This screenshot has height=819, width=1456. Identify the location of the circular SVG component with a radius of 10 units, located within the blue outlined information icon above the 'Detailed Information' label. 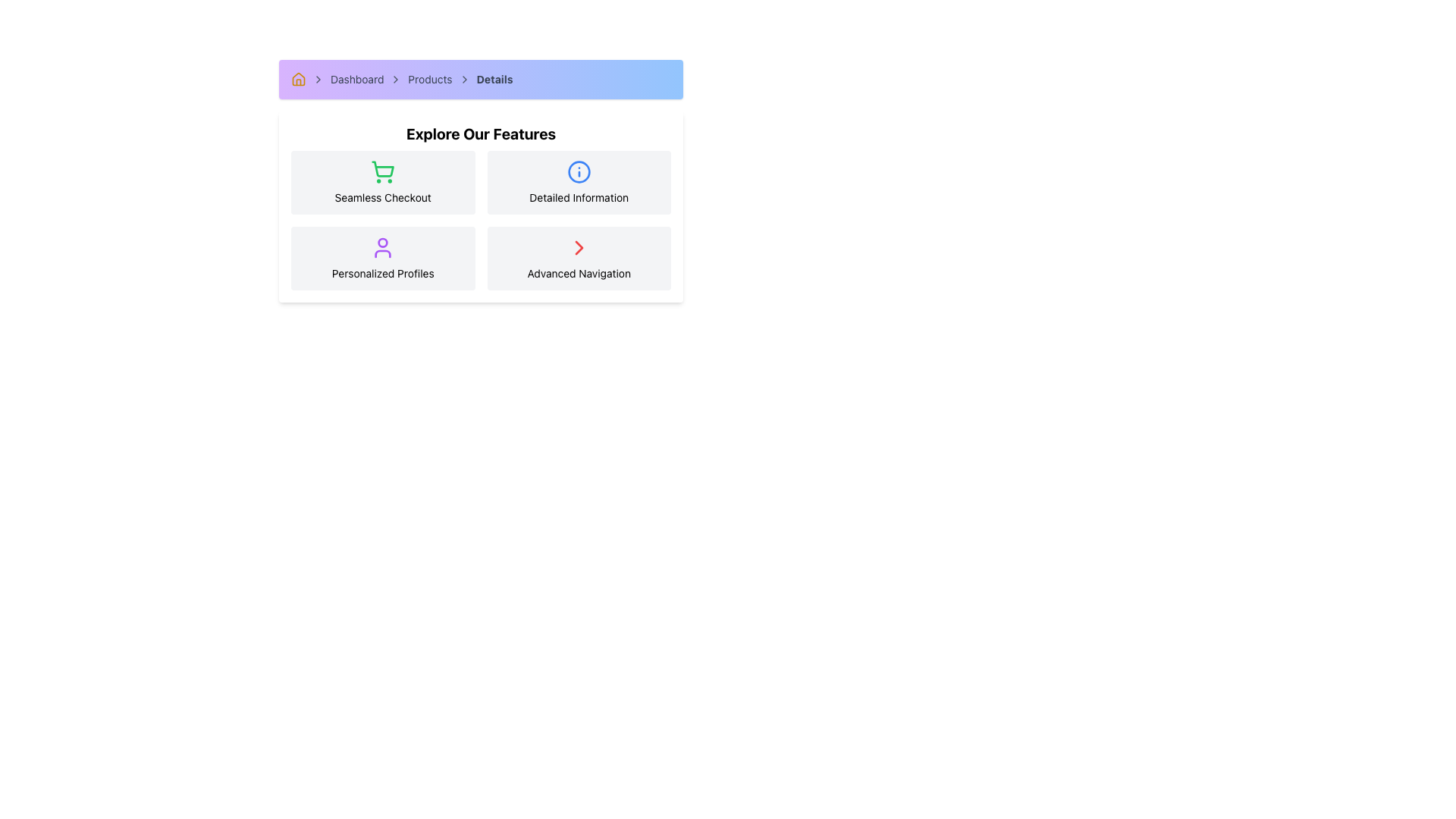
(578, 171).